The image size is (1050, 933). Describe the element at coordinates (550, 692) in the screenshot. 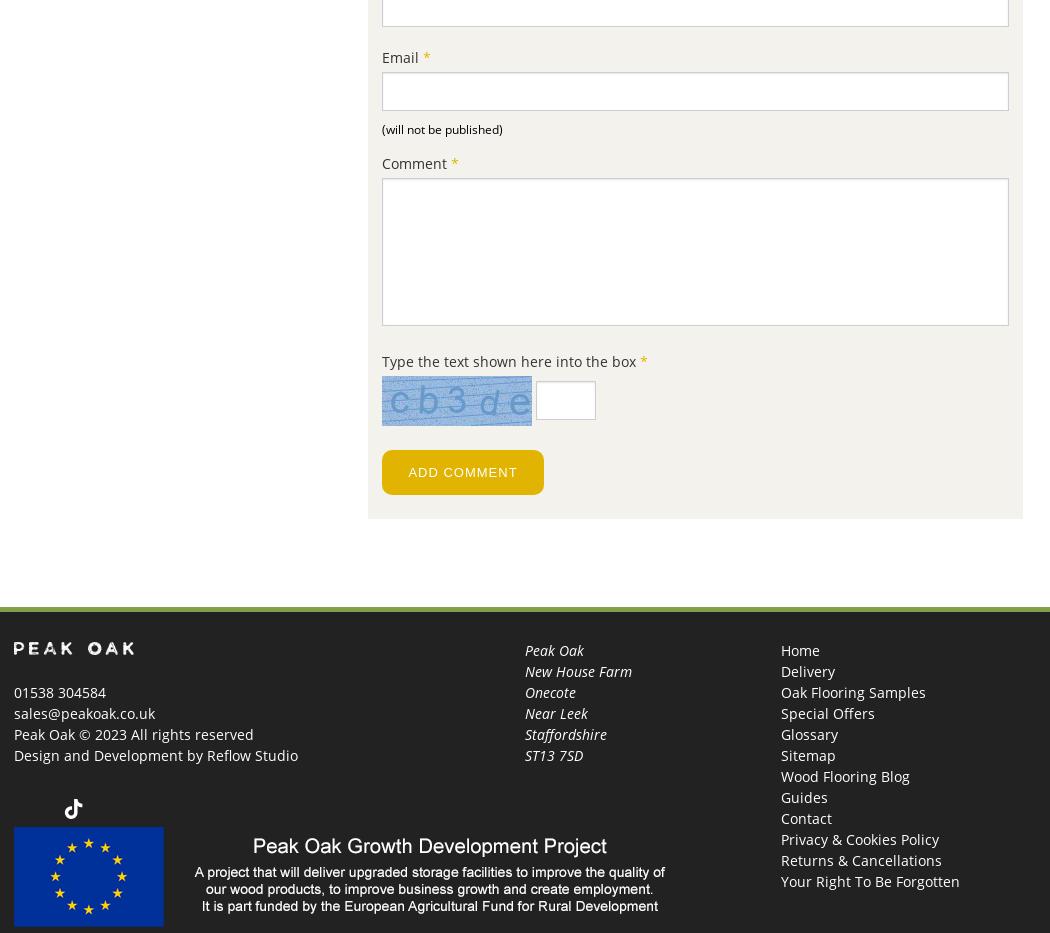

I see `'Onecote'` at that location.